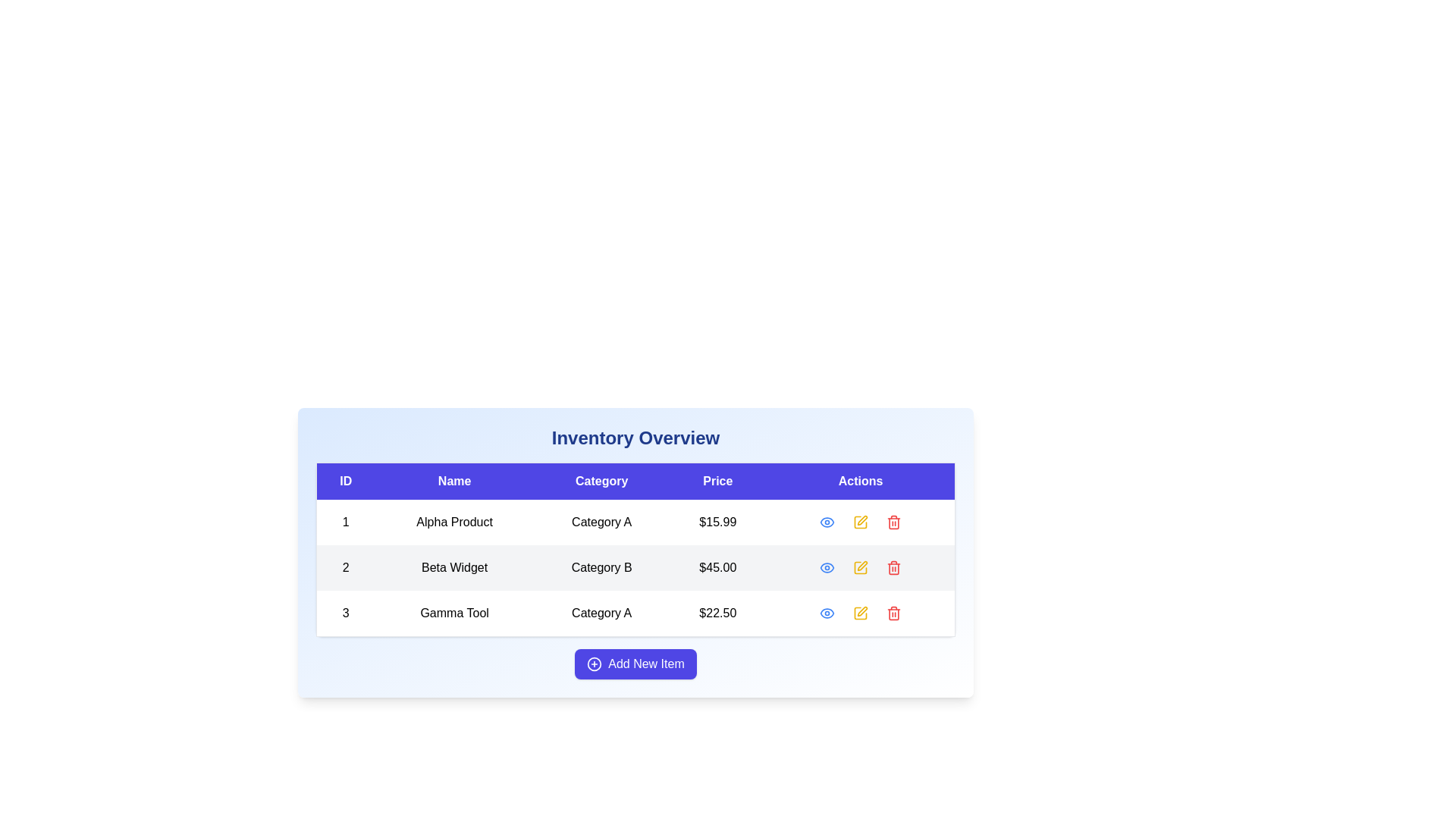  I want to click on the yellow edit icon button located in the second row under the 'Actions' column to initiate the edit workflow, so click(862, 565).